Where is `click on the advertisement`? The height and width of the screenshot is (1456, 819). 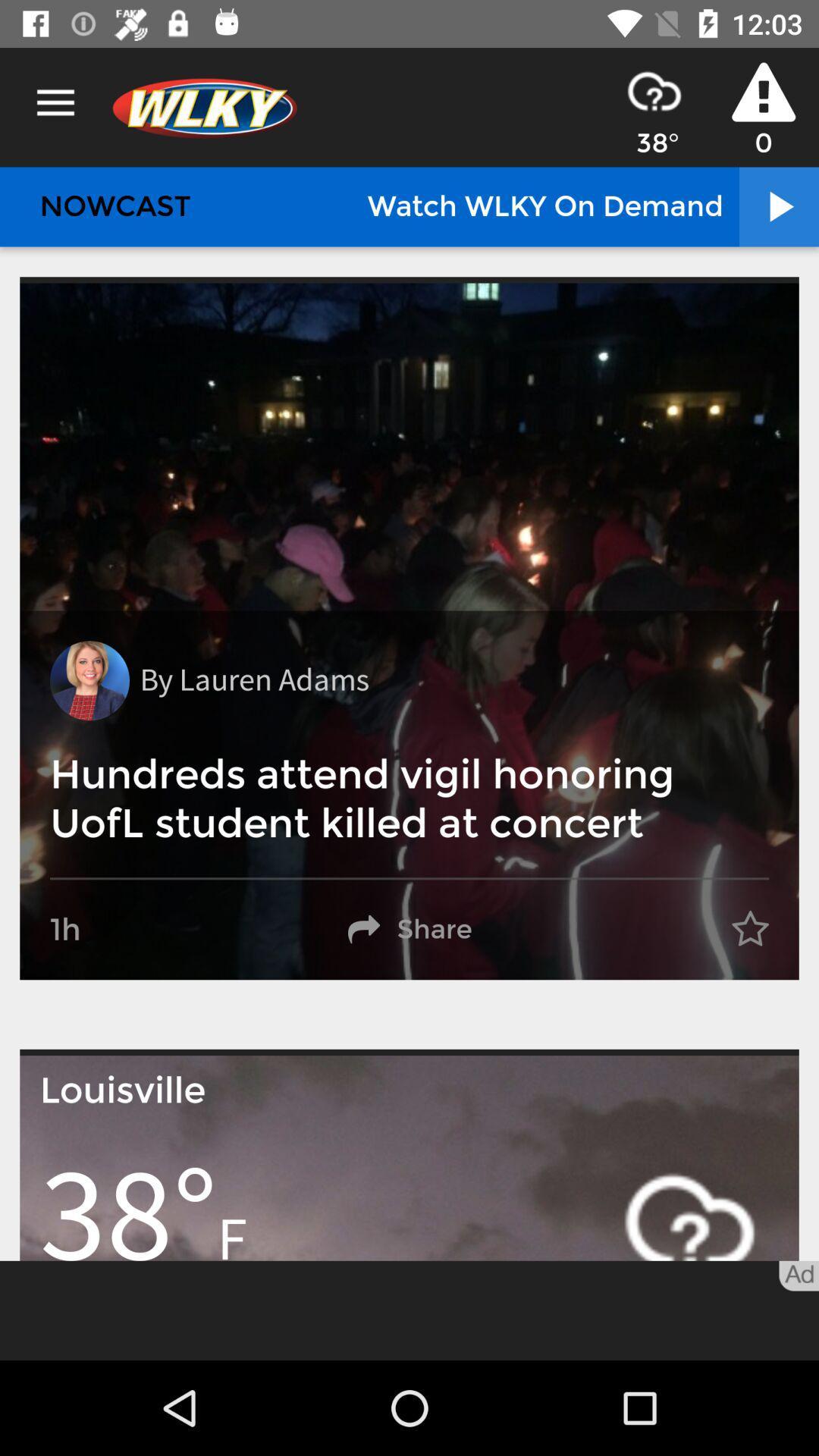
click on the advertisement is located at coordinates (409, 1310).